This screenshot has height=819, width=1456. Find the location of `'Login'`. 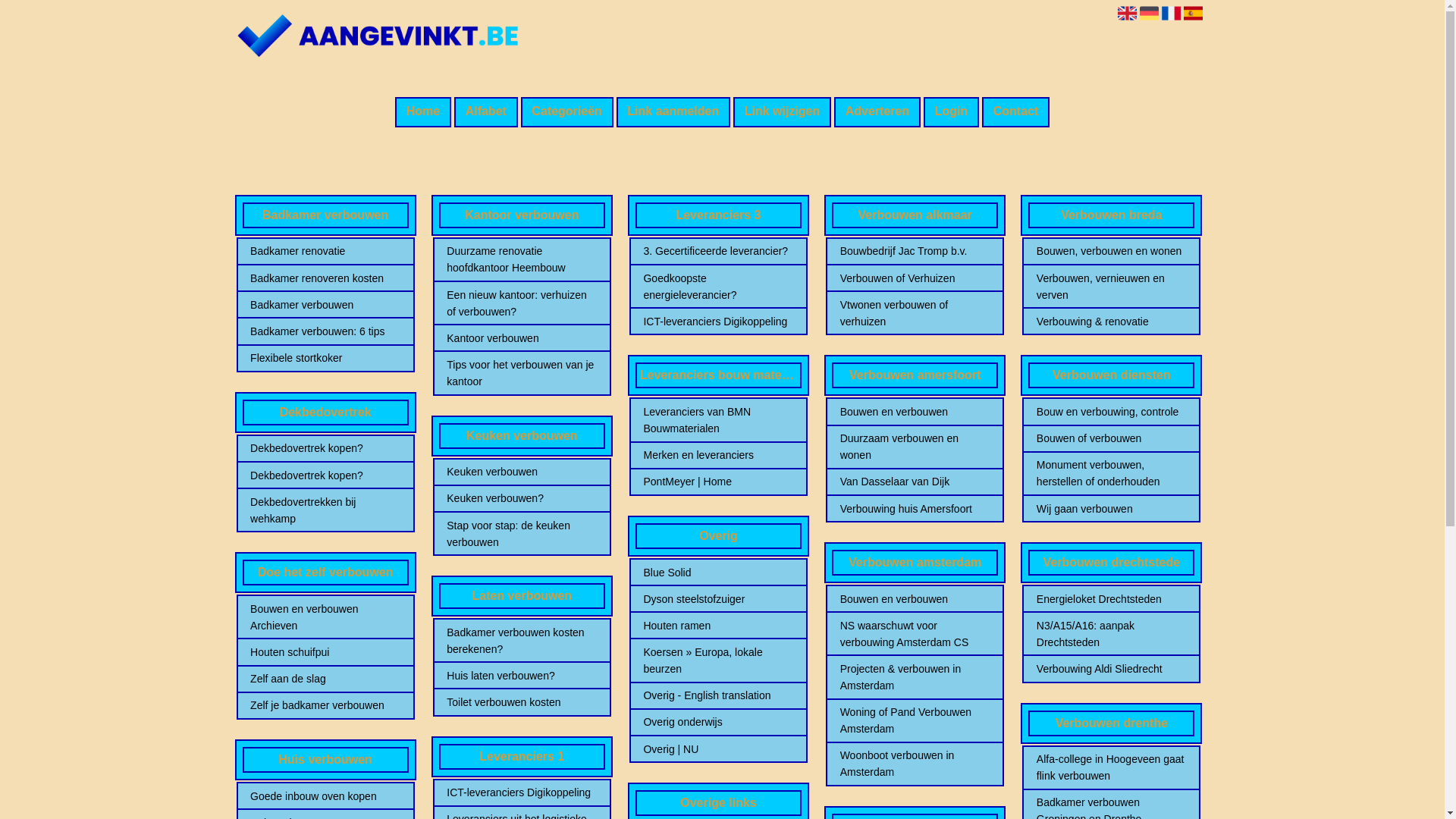

'Login' is located at coordinates (950, 111).